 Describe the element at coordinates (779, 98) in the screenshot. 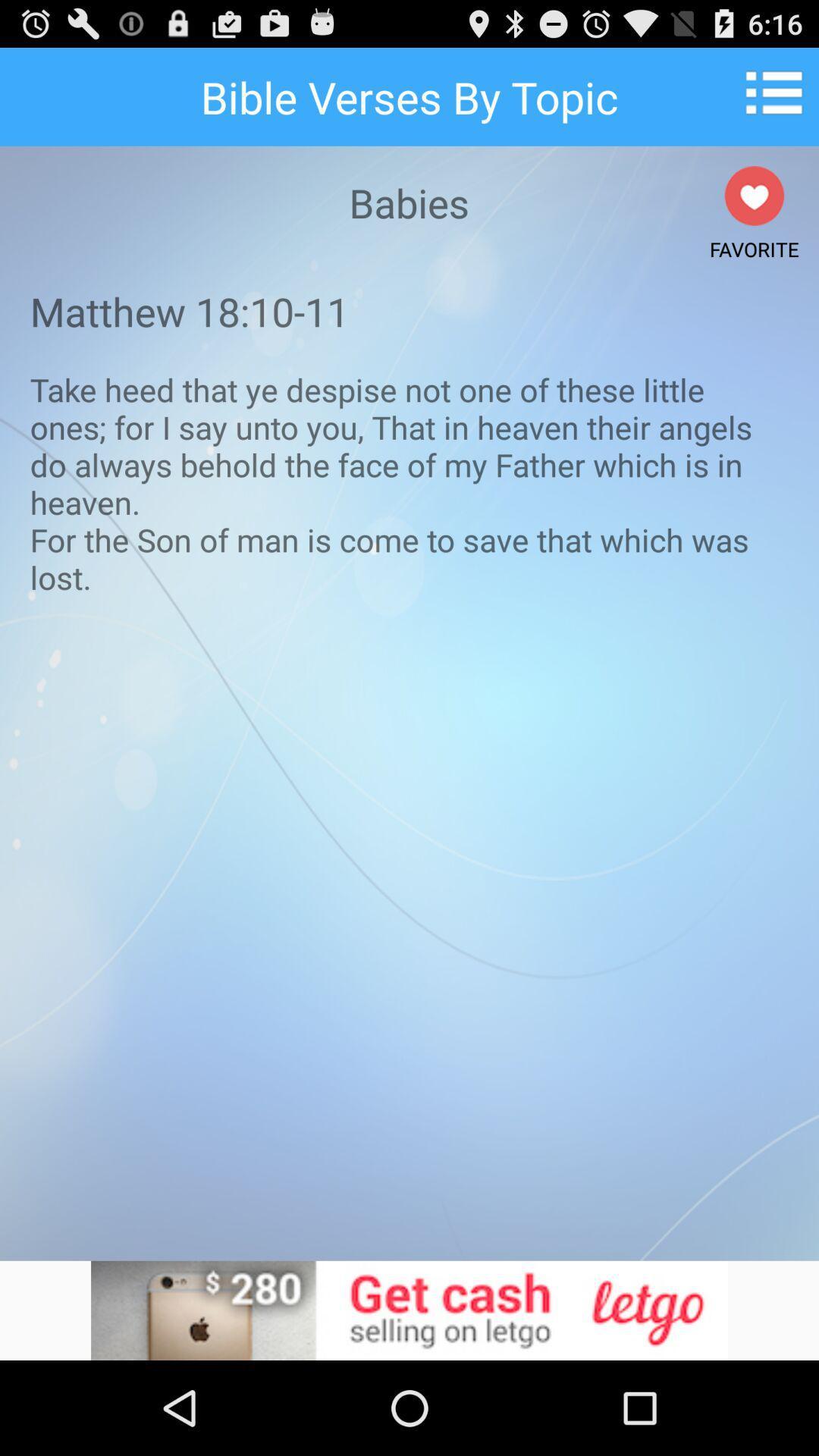

I see `the list icon` at that location.